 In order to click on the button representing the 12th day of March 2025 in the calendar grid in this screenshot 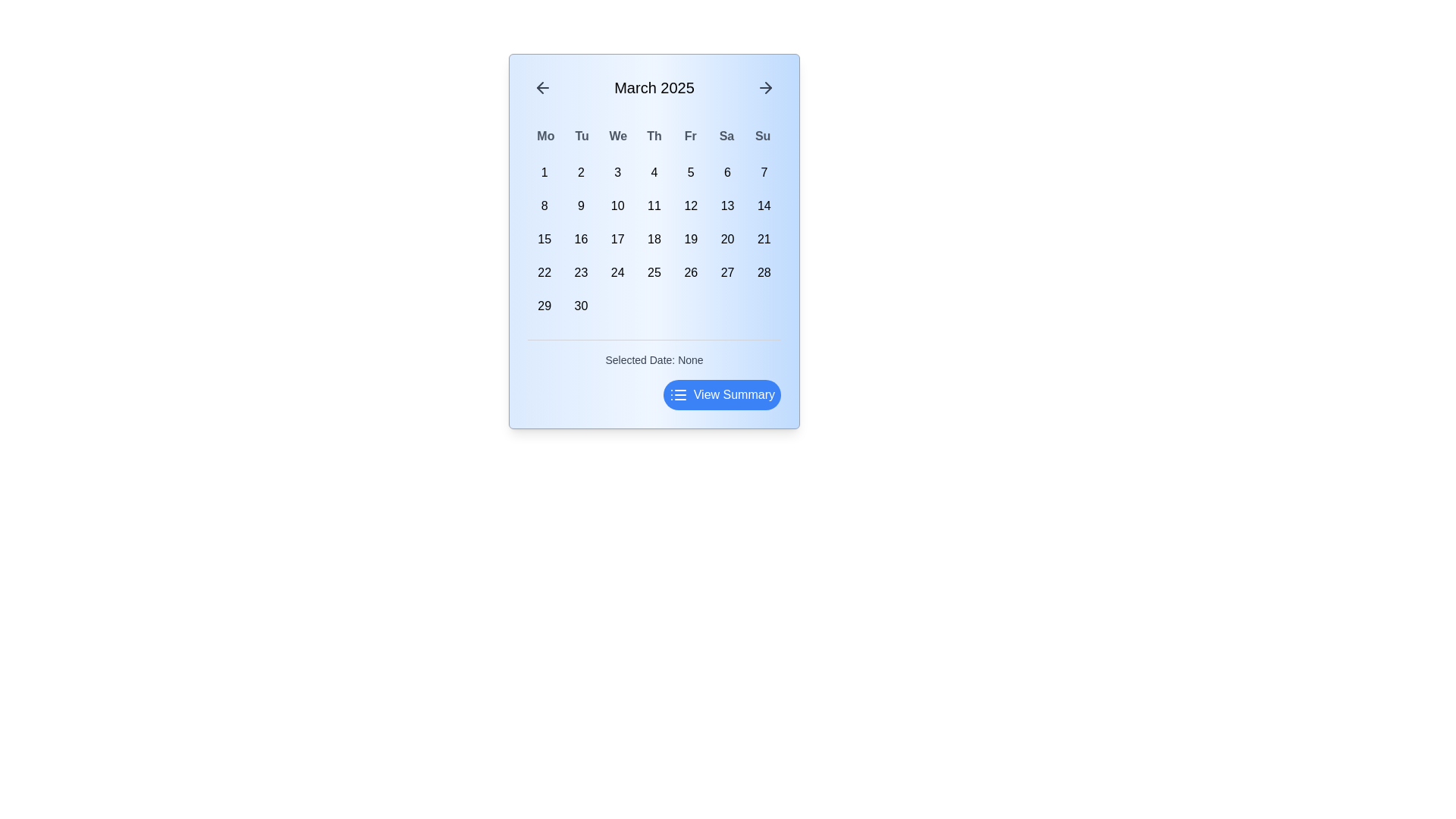, I will do `click(690, 206)`.